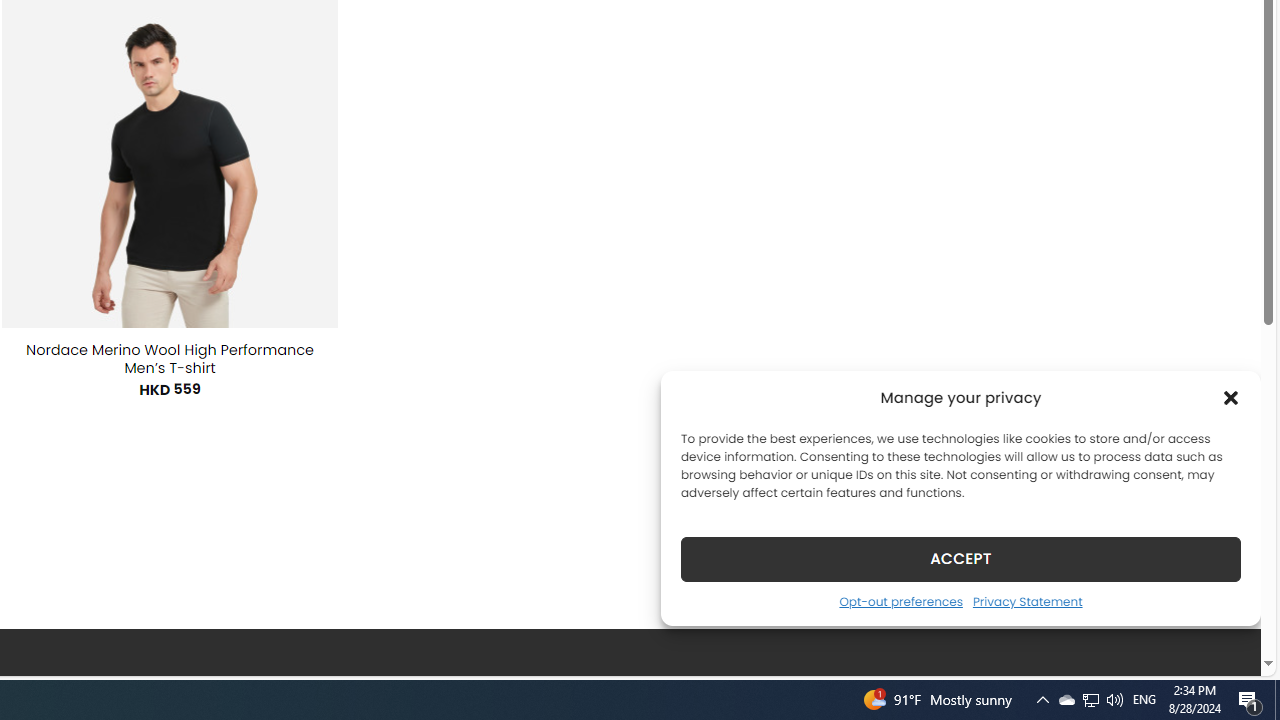 This screenshot has width=1280, height=720. Describe the element at coordinates (1219, 648) in the screenshot. I see `'Go to top'` at that location.